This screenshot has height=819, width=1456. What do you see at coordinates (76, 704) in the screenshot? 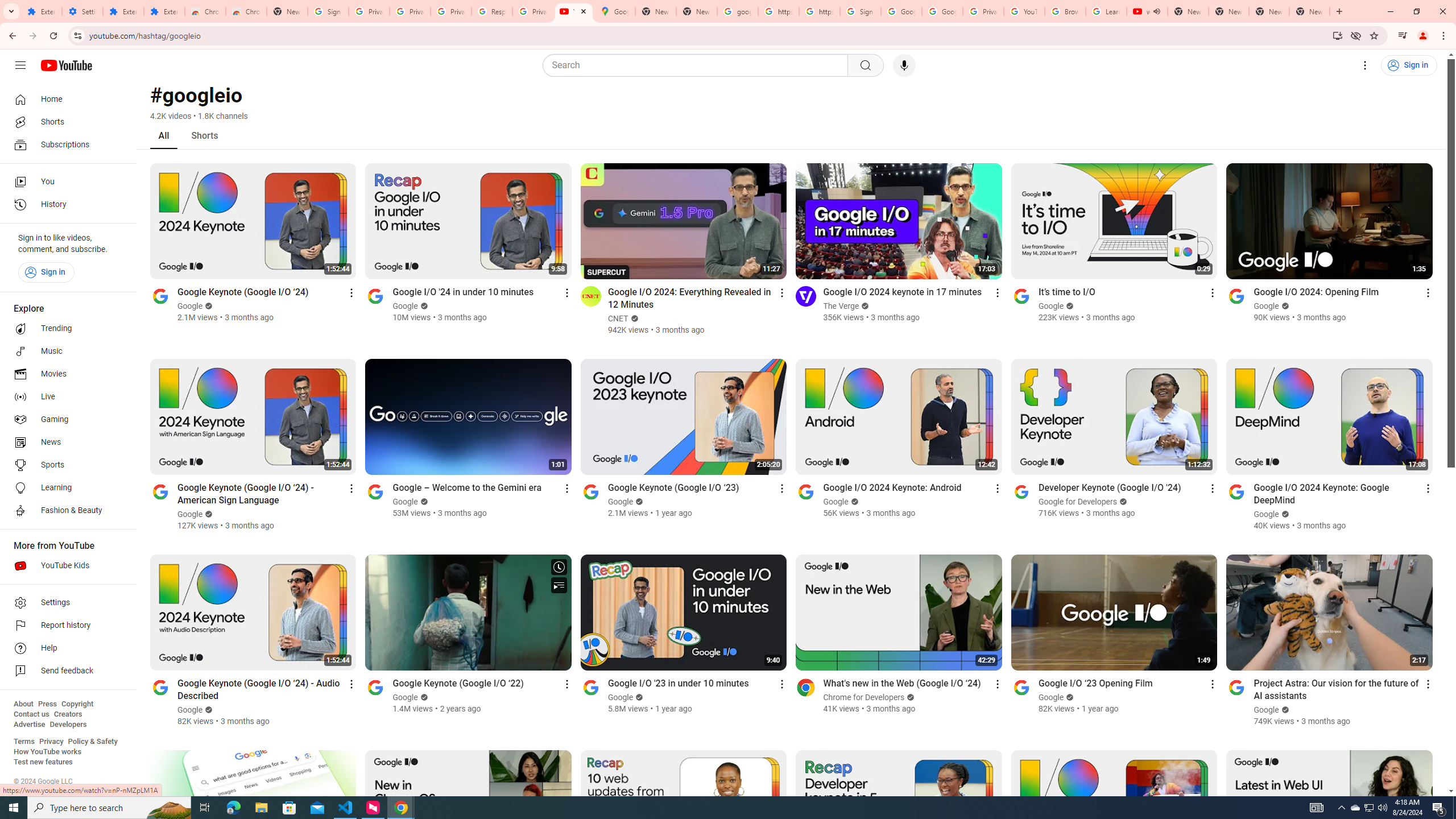
I see `'Copyright'` at bounding box center [76, 704].